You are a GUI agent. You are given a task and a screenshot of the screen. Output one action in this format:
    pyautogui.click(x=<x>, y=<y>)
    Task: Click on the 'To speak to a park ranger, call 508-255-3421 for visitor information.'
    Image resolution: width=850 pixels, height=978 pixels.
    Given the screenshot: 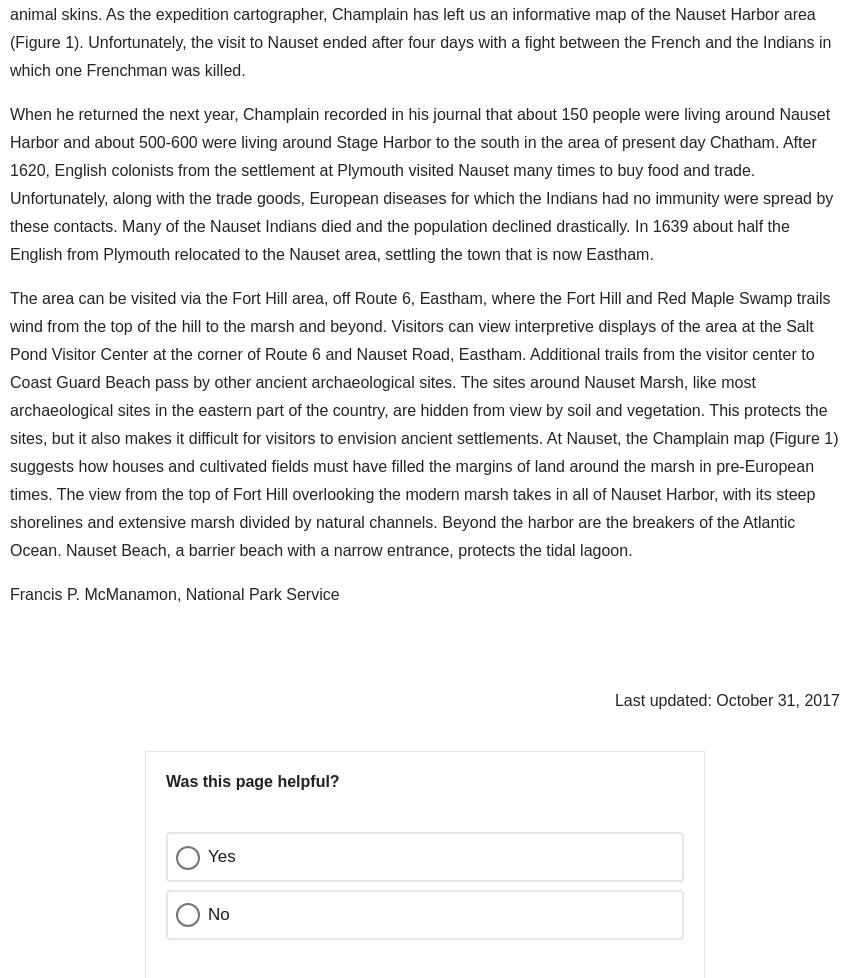 What is the action you would take?
    pyautogui.click(x=189, y=367)
    